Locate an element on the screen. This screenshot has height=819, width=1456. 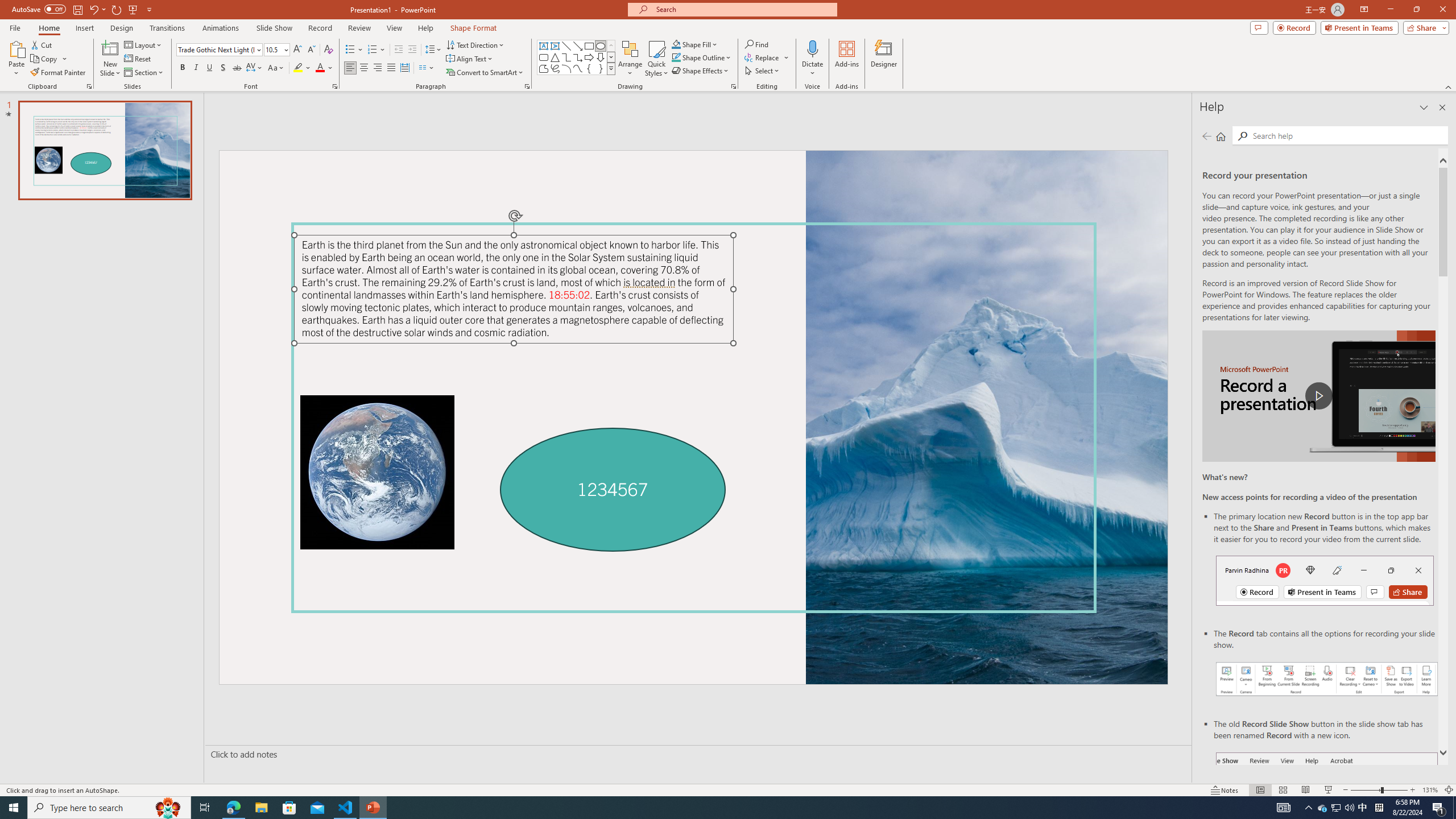
'Previous page' is located at coordinates (1206, 135).